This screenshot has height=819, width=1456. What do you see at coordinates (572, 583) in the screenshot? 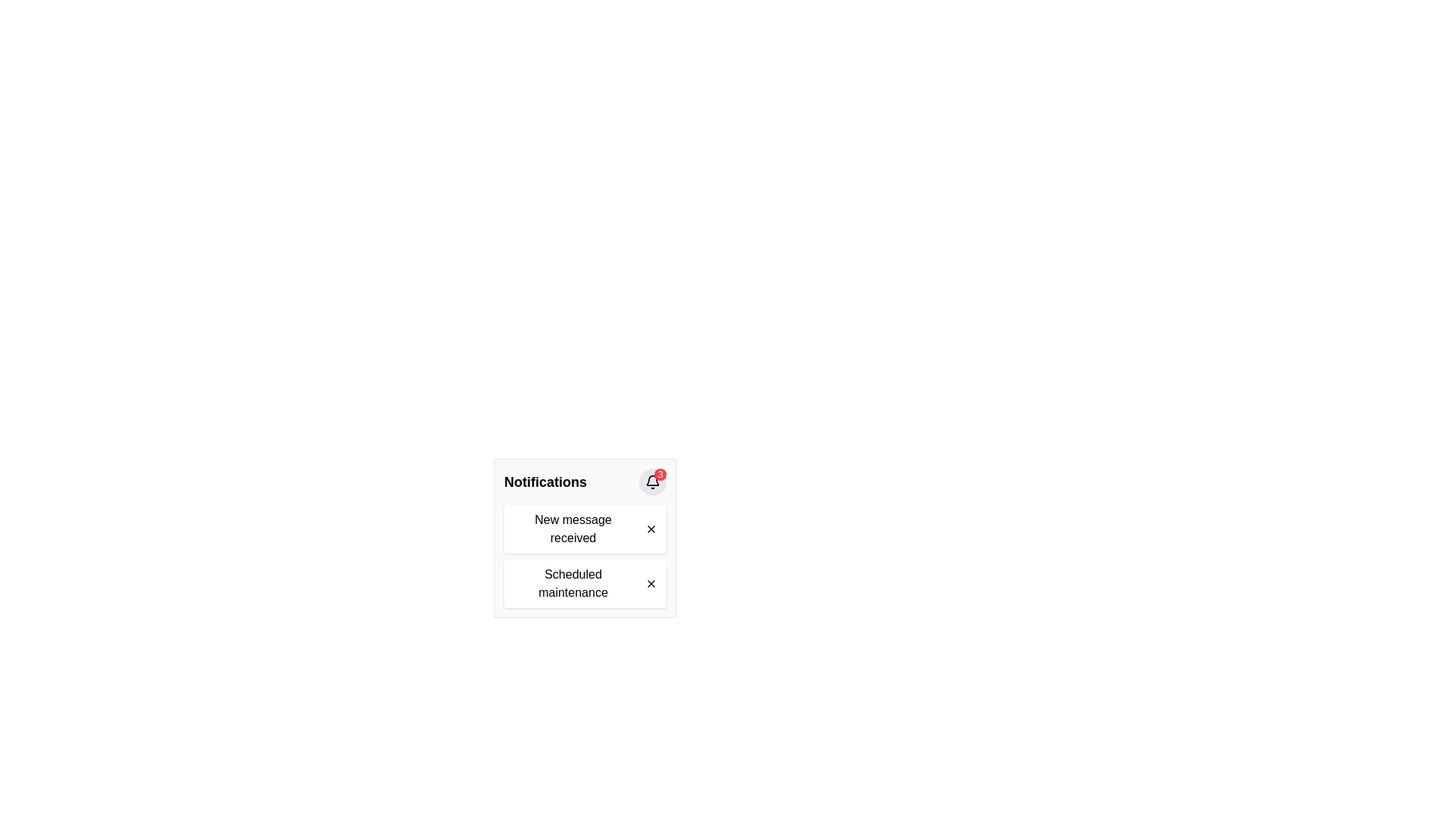
I see `the Text Label displaying 'Scheduled maintenance' within the notification item box` at bounding box center [572, 583].